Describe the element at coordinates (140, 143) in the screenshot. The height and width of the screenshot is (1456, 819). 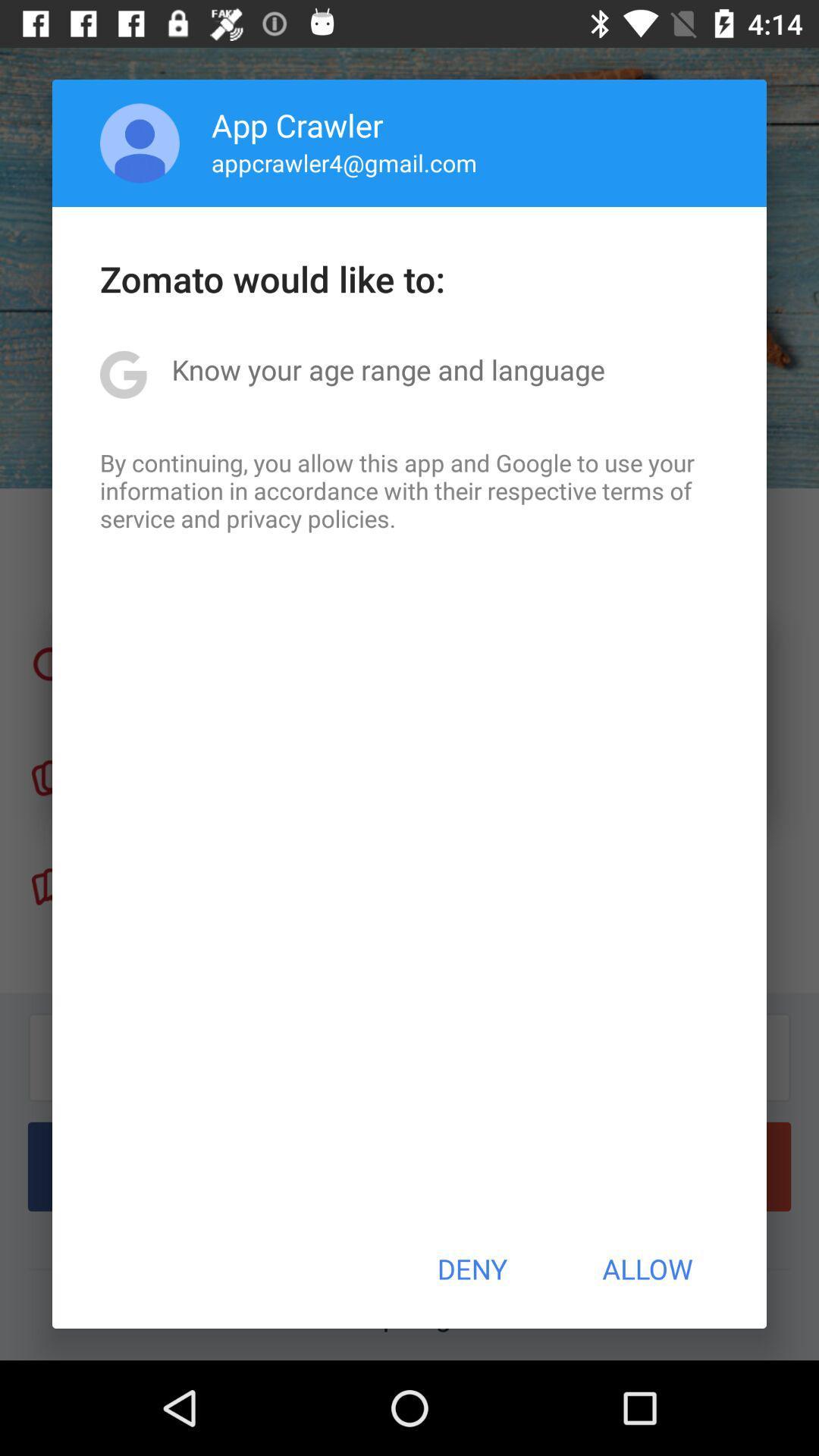
I see `the icon next to app crawler app` at that location.